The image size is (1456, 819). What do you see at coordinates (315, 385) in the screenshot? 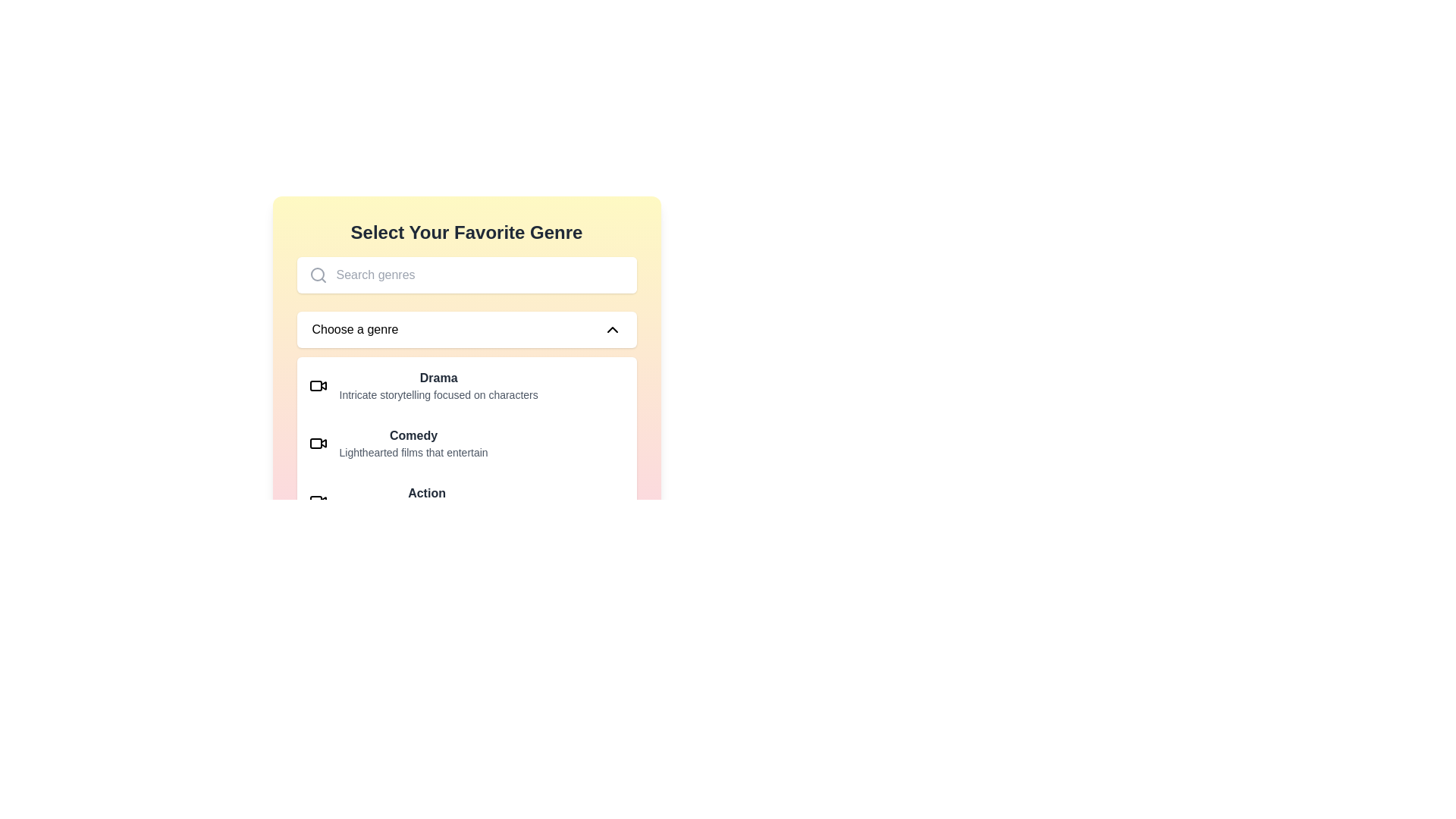
I see `the background SVG rectangle of the video icon representing the 'Drama' genre in the genre selection interface` at bounding box center [315, 385].